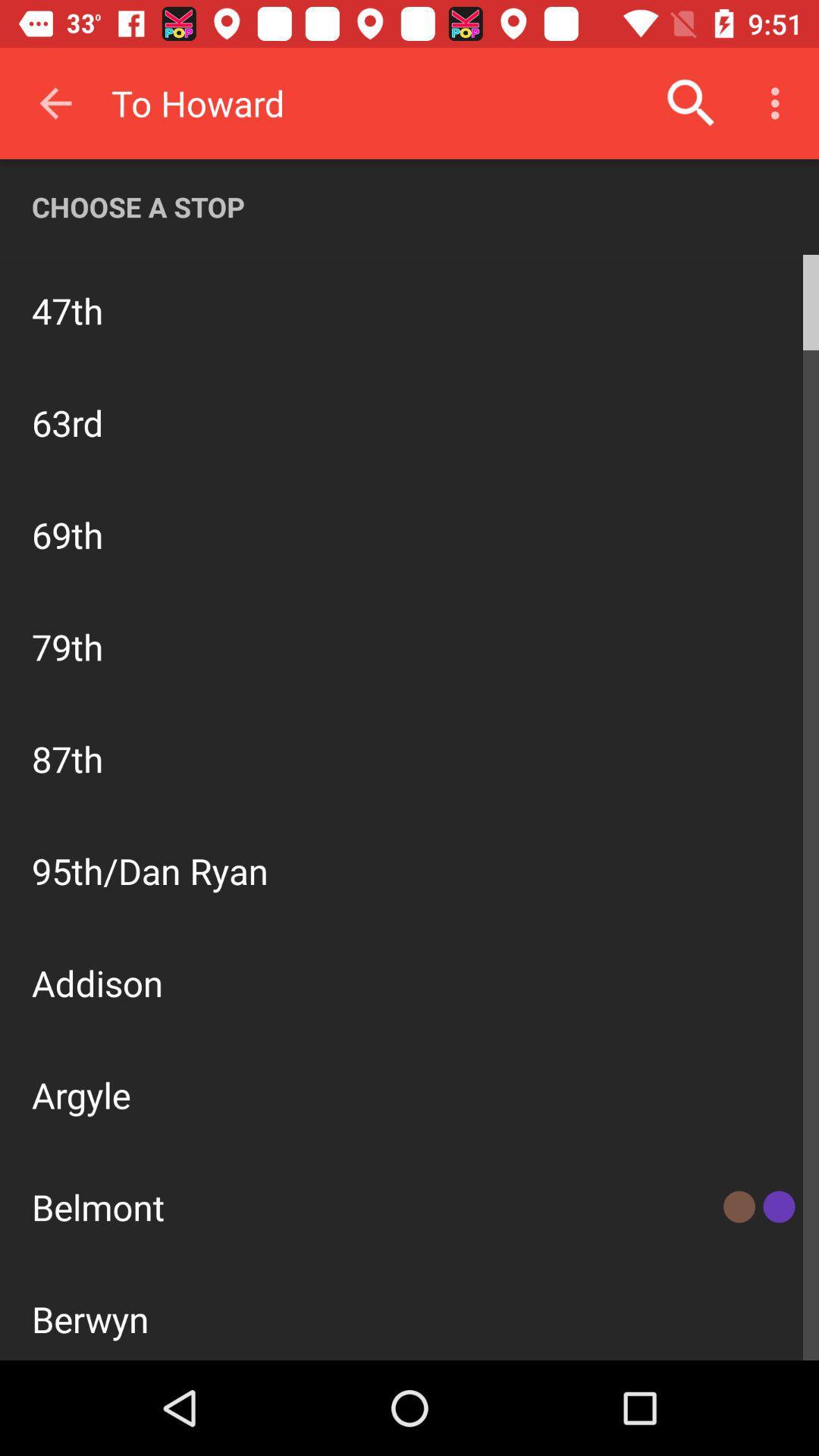 This screenshot has height=1456, width=819. I want to click on item next to the north bound item, so click(730, 309).